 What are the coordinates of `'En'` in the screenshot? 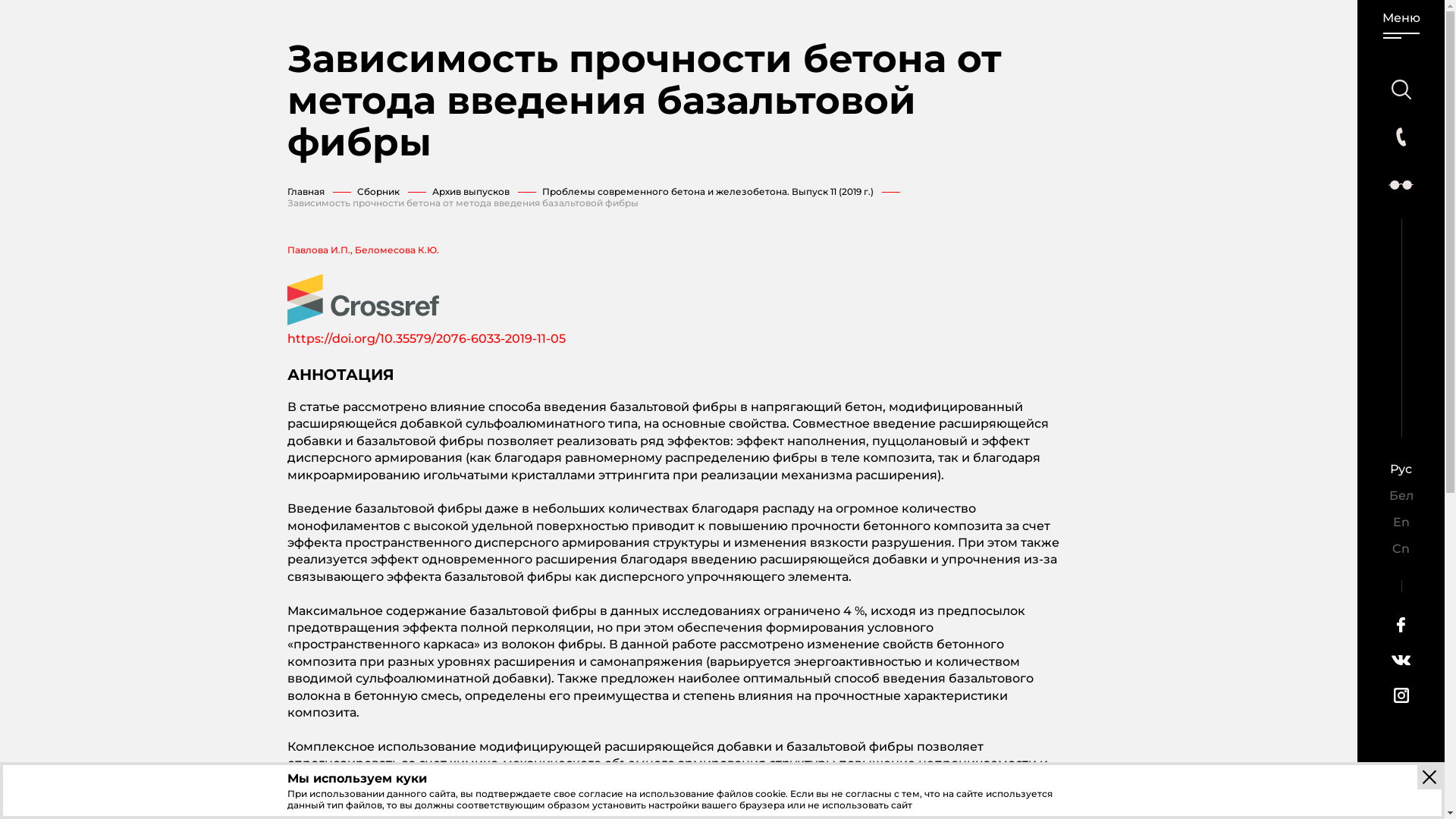 It's located at (1400, 521).